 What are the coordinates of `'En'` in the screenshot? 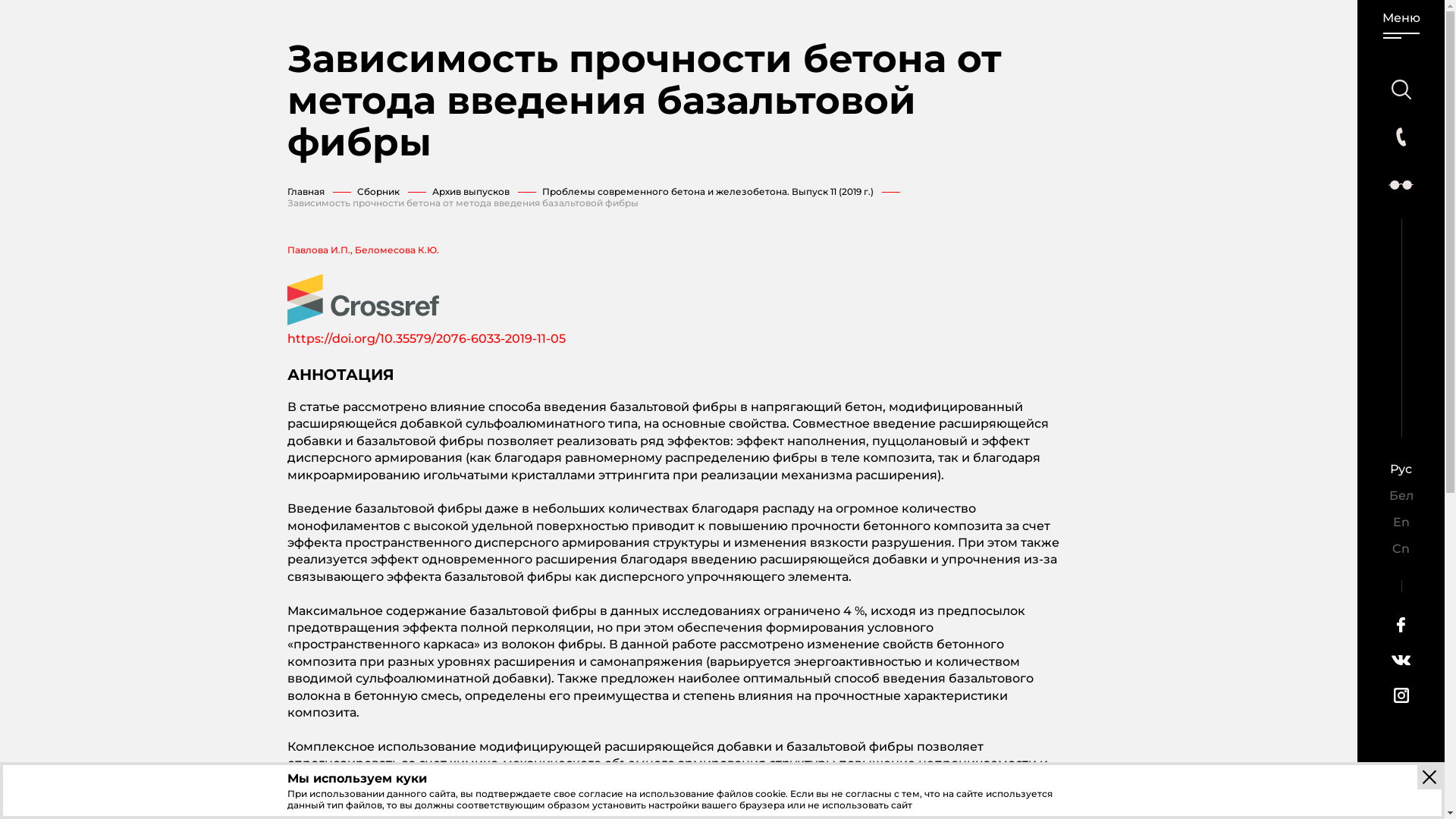 It's located at (1400, 521).